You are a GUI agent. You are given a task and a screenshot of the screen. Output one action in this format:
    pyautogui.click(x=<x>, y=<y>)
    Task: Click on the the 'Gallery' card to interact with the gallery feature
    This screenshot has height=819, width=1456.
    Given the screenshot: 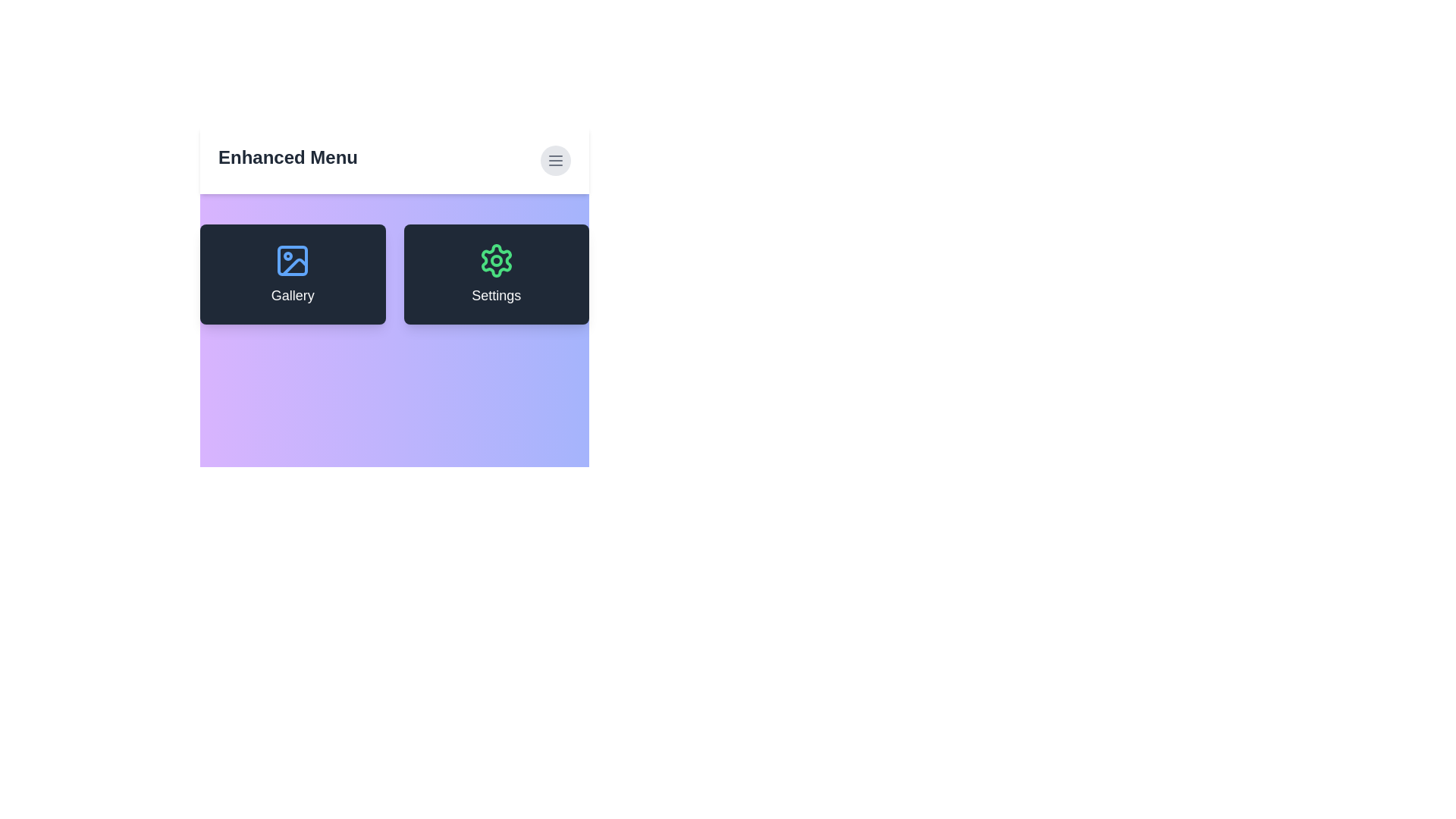 What is the action you would take?
    pyautogui.click(x=292, y=275)
    